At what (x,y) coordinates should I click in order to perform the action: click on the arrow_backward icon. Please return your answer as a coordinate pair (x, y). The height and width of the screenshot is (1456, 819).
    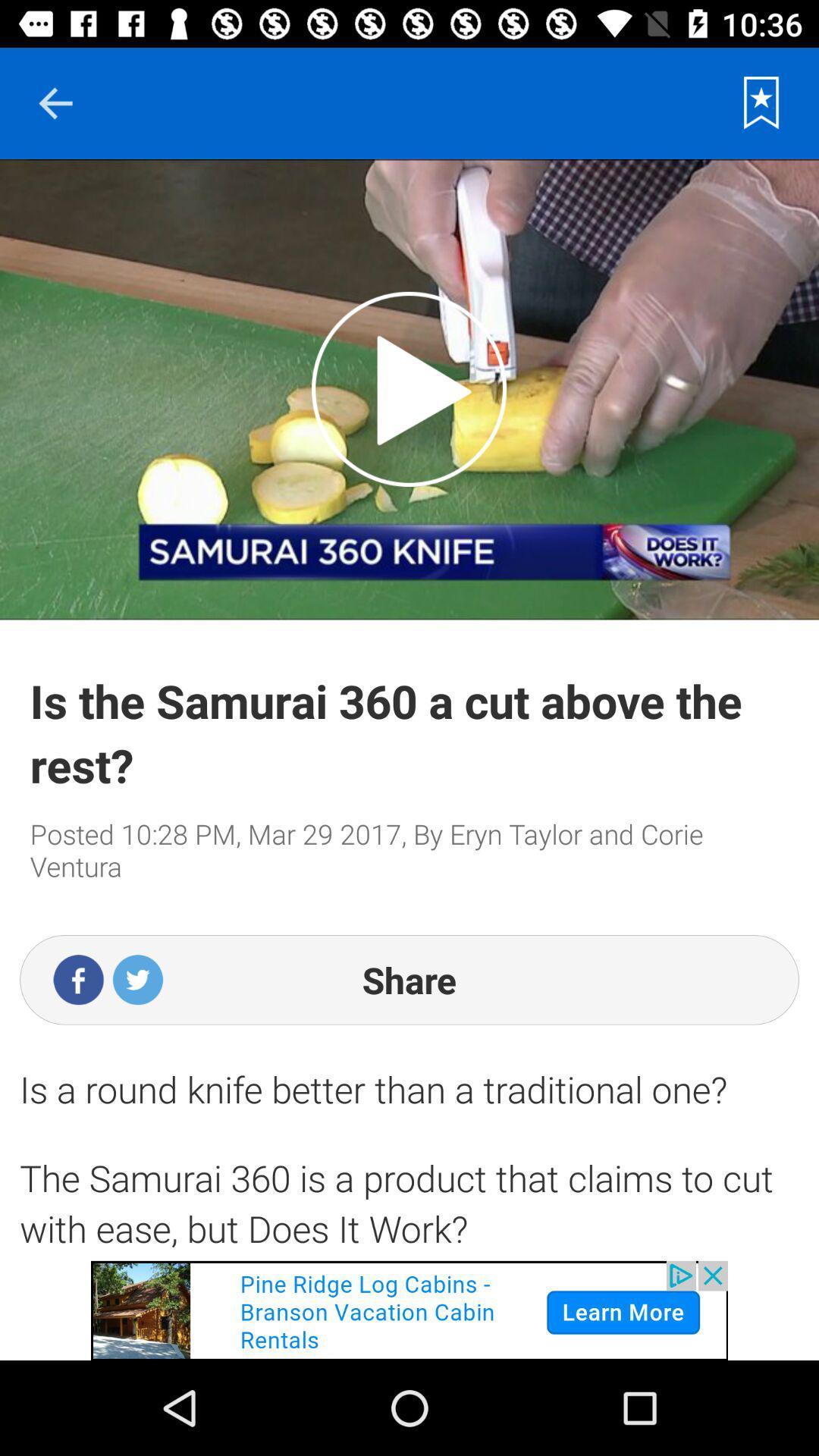
    Looking at the image, I should click on (55, 102).